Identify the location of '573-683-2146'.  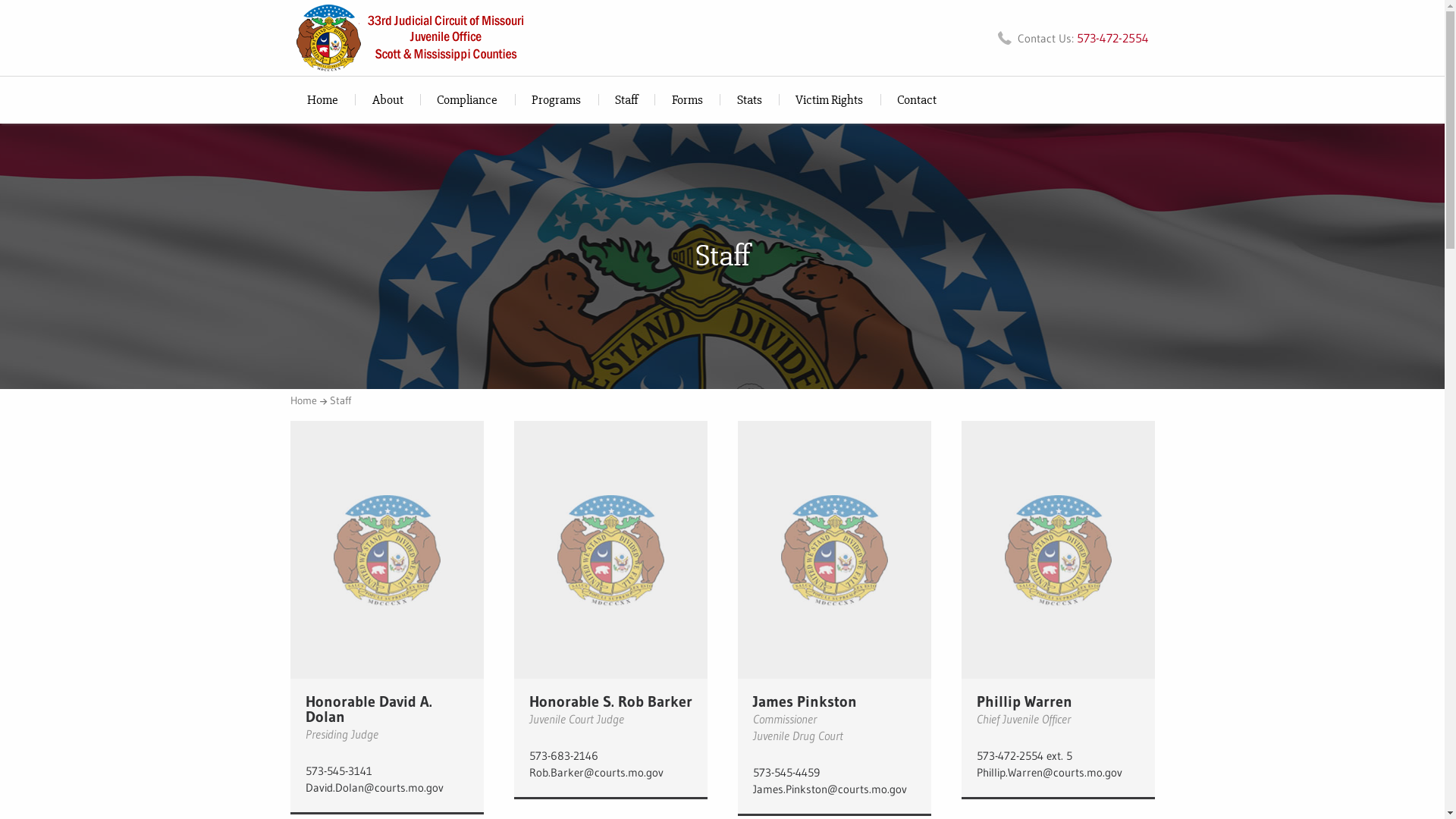
(610, 756).